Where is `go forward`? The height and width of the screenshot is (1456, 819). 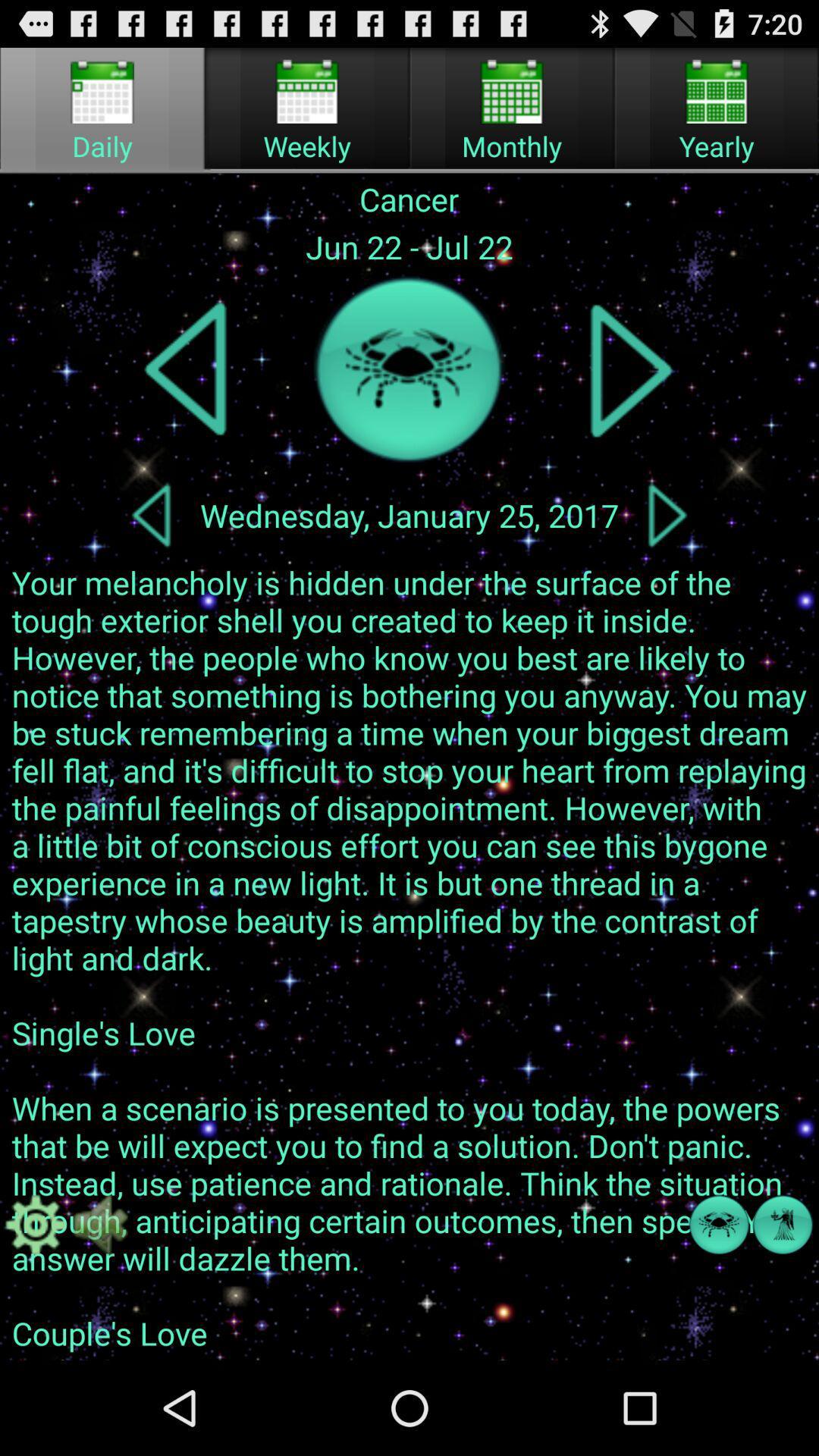
go forward is located at coordinates (667, 515).